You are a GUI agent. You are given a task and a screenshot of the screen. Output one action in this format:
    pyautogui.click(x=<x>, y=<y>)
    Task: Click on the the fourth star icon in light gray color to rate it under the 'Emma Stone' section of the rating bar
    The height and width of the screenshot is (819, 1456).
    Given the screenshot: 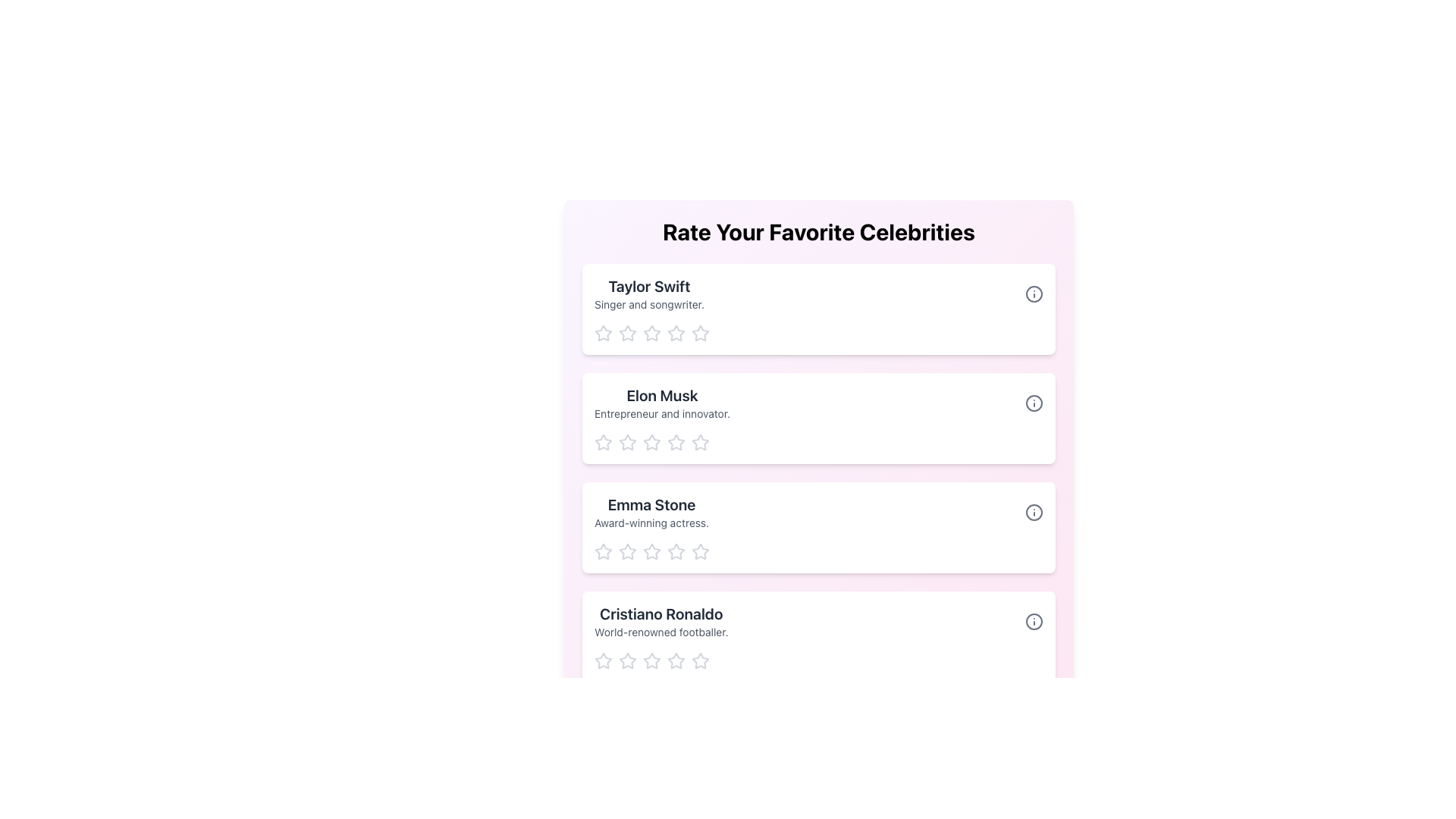 What is the action you would take?
    pyautogui.click(x=676, y=552)
    